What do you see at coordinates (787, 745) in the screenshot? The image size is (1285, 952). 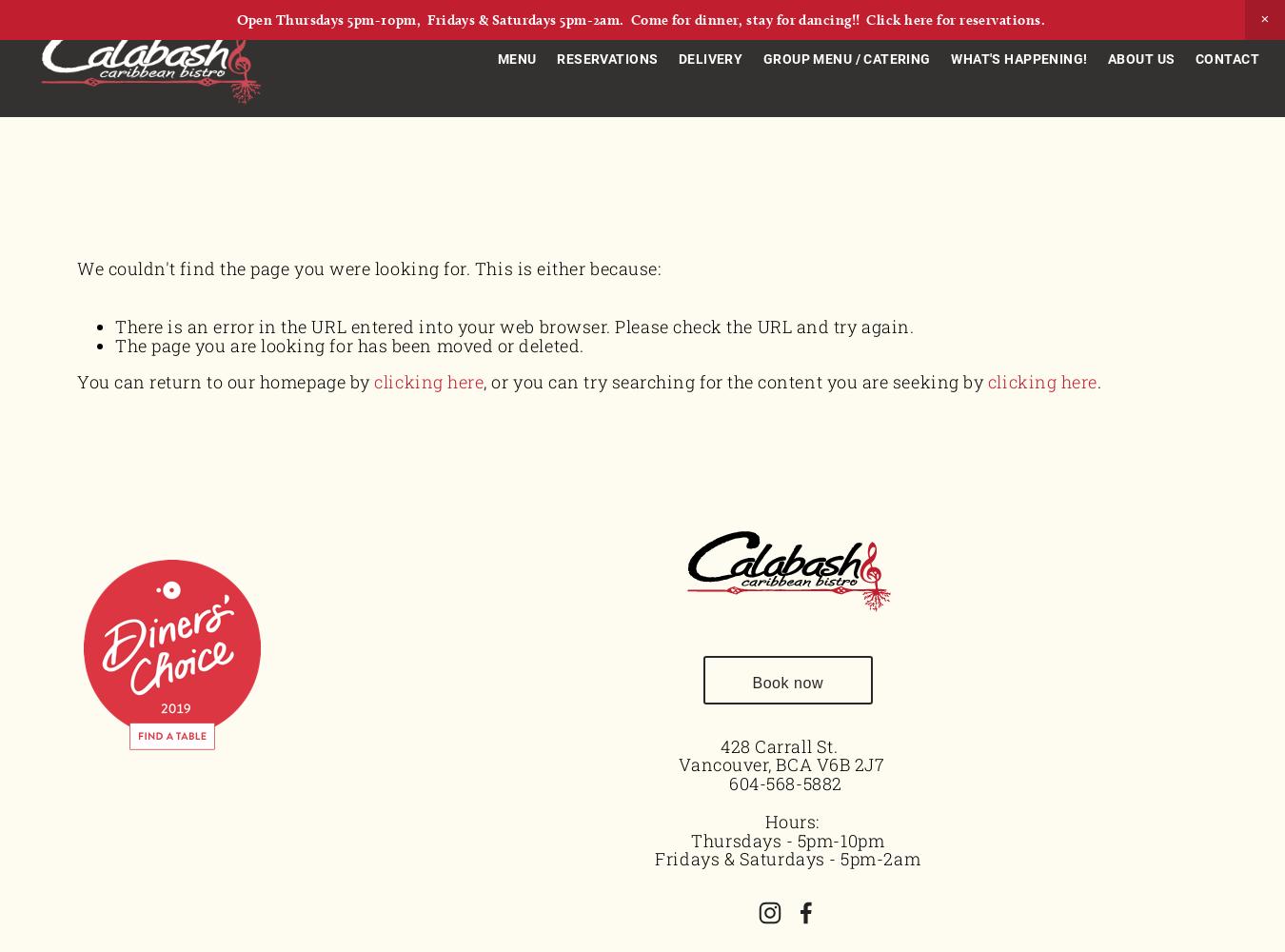 I see `'428 Carrall St.'` at bounding box center [787, 745].